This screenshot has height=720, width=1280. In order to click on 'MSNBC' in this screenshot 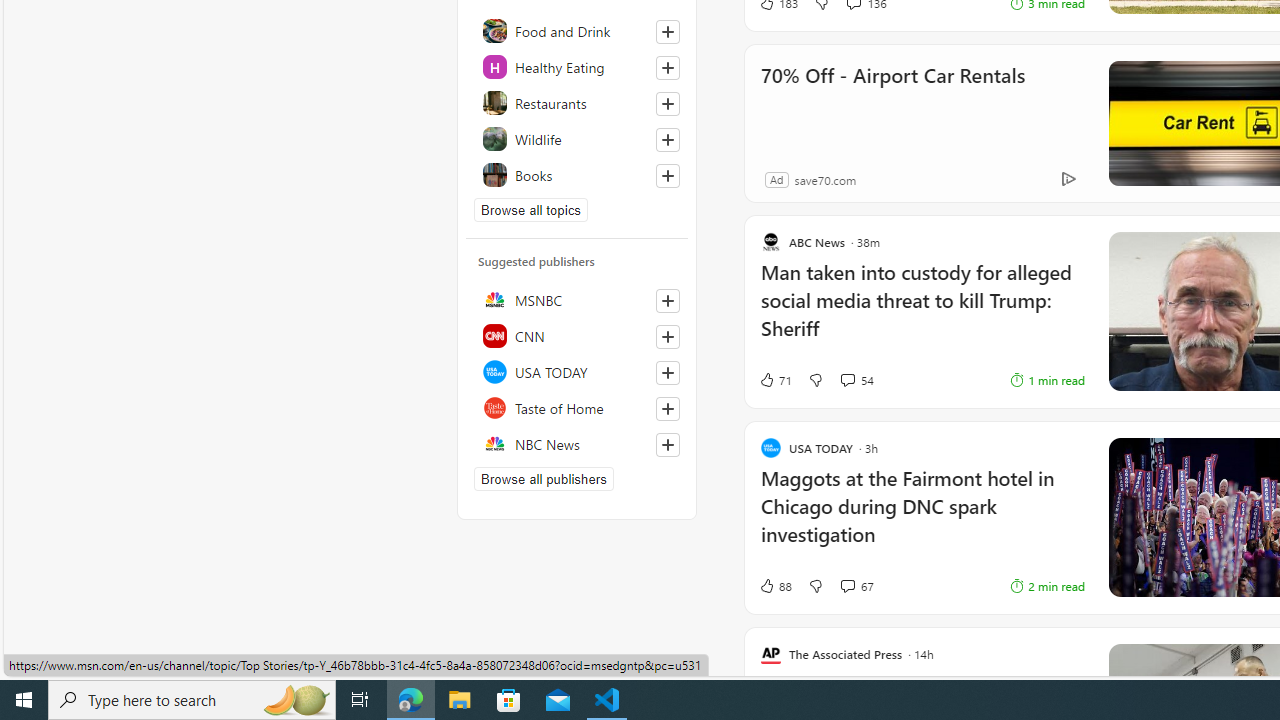, I will do `click(576, 299)`.